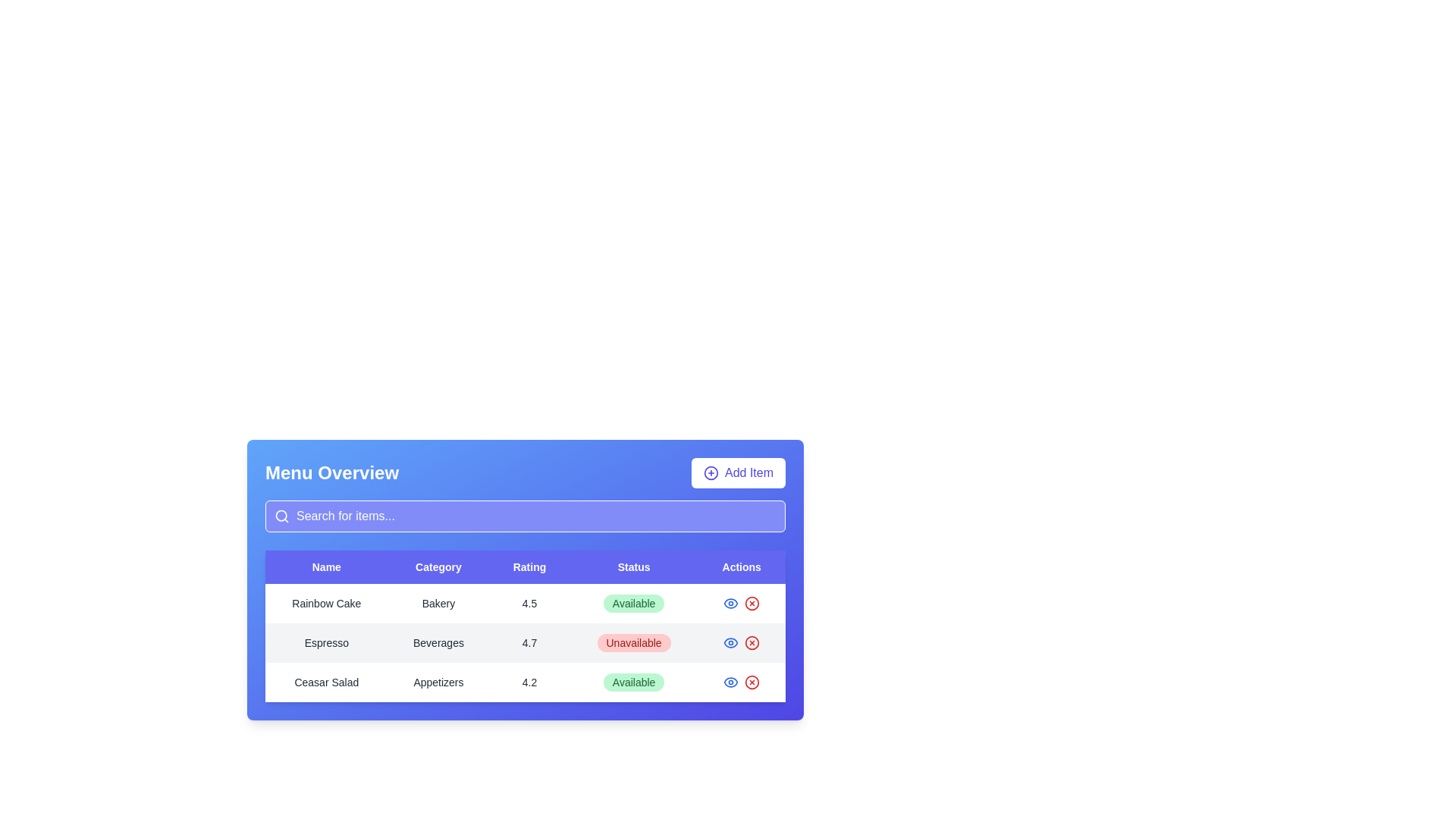 The width and height of the screenshot is (1456, 819). I want to click on the blue eye-shaped icon button located in the 'Actions' column of the table next to the 'Status' value of 'Available' in the 'Appetizers' row, so click(731, 681).